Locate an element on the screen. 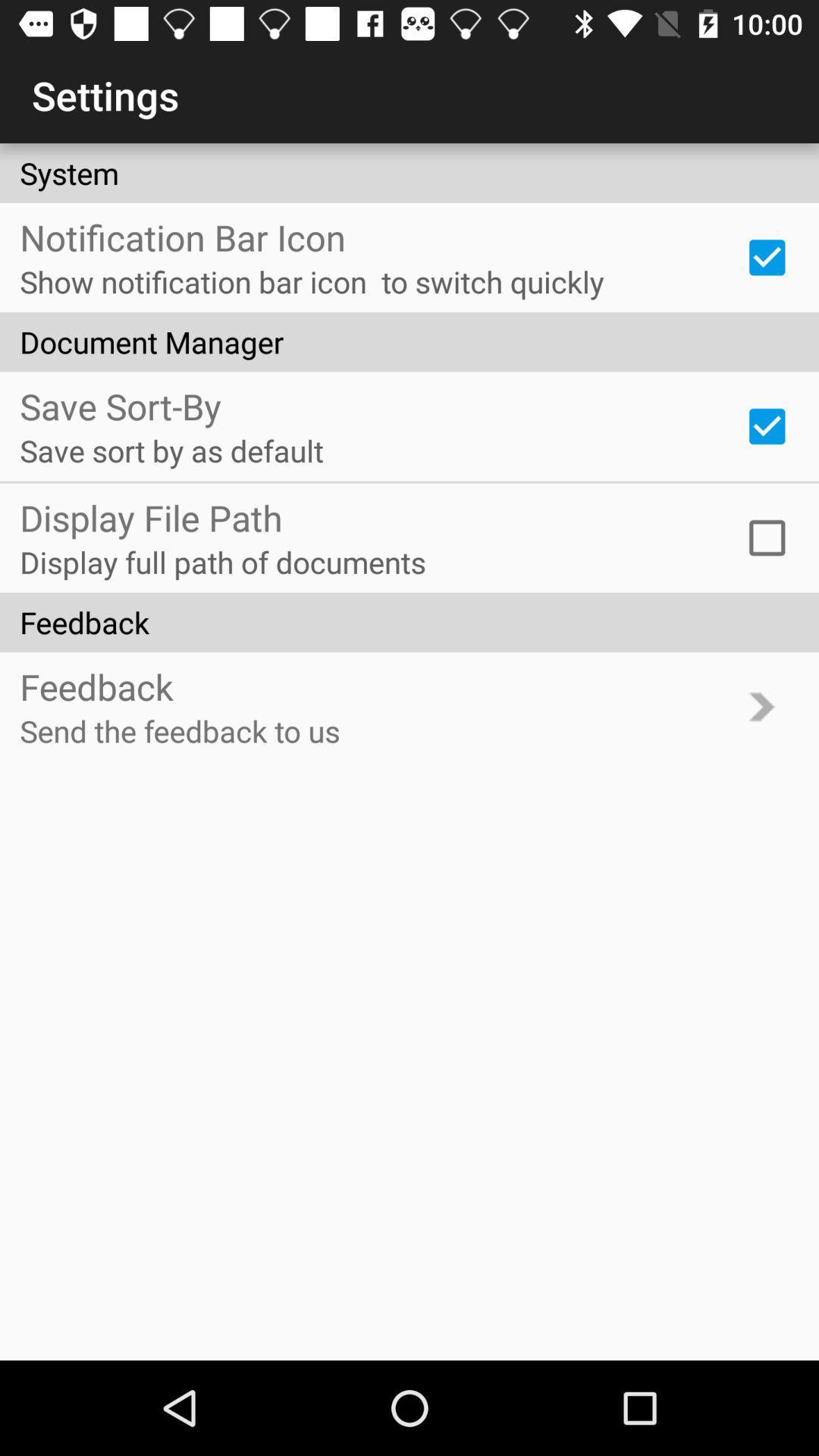  item below document manager is located at coordinates (767, 425).